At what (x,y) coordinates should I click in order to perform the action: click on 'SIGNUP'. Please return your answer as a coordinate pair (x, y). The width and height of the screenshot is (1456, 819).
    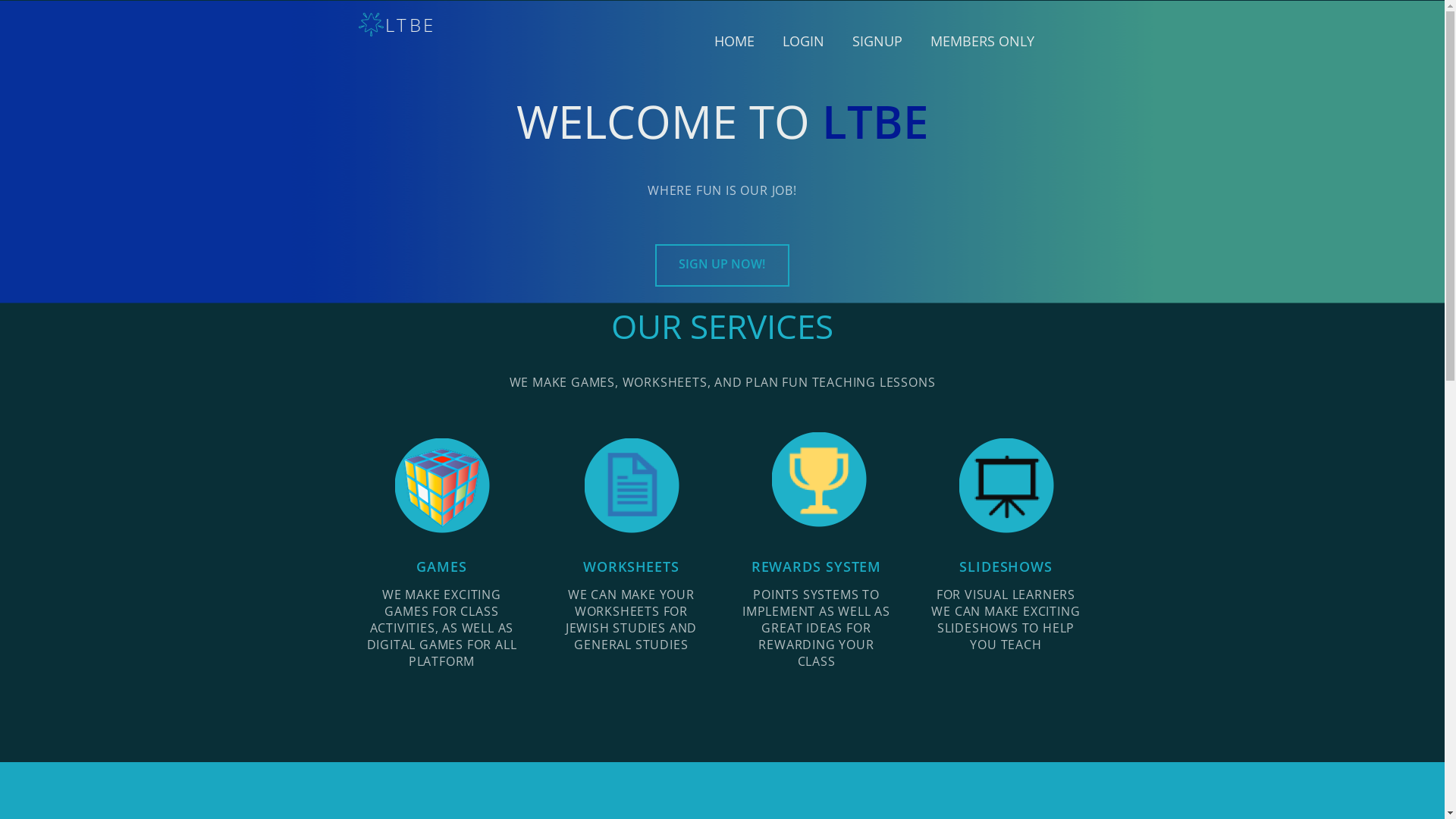
    Looking at the image, I should click on (877, 40).